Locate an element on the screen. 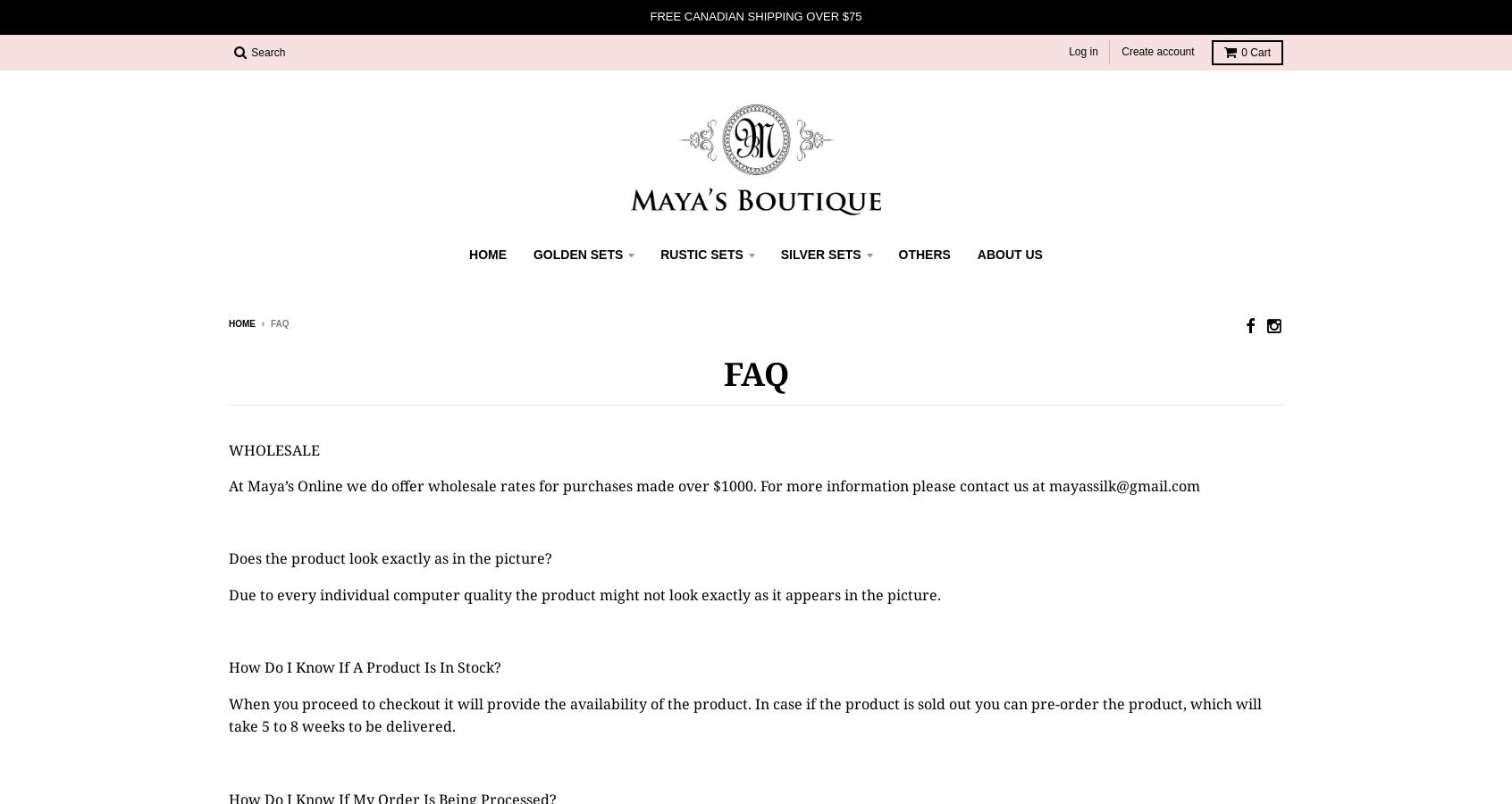 The height and width of the screenshot is (804, 1512). 'Golden Sets' is located at coordinates (577, 254).